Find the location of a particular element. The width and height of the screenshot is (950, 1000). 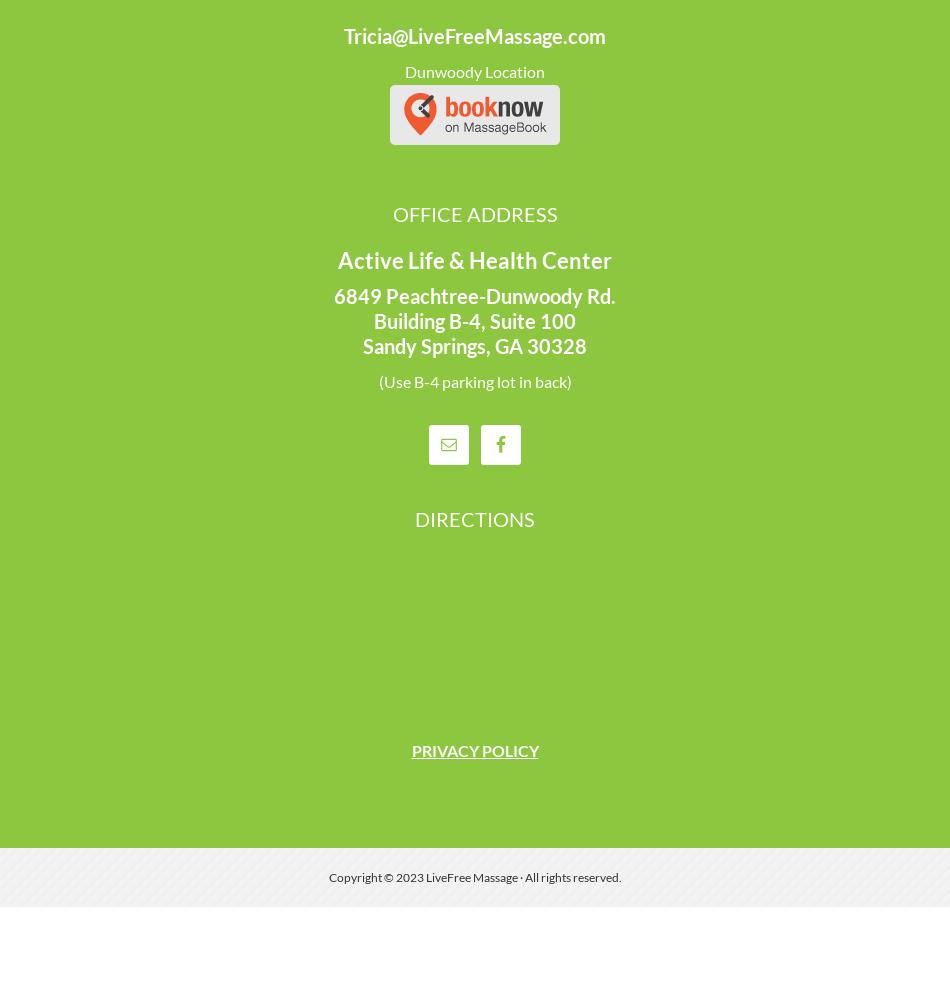

'6849 Peachtree-Dunwoody Rd.' is located at coordinates (475, 296).